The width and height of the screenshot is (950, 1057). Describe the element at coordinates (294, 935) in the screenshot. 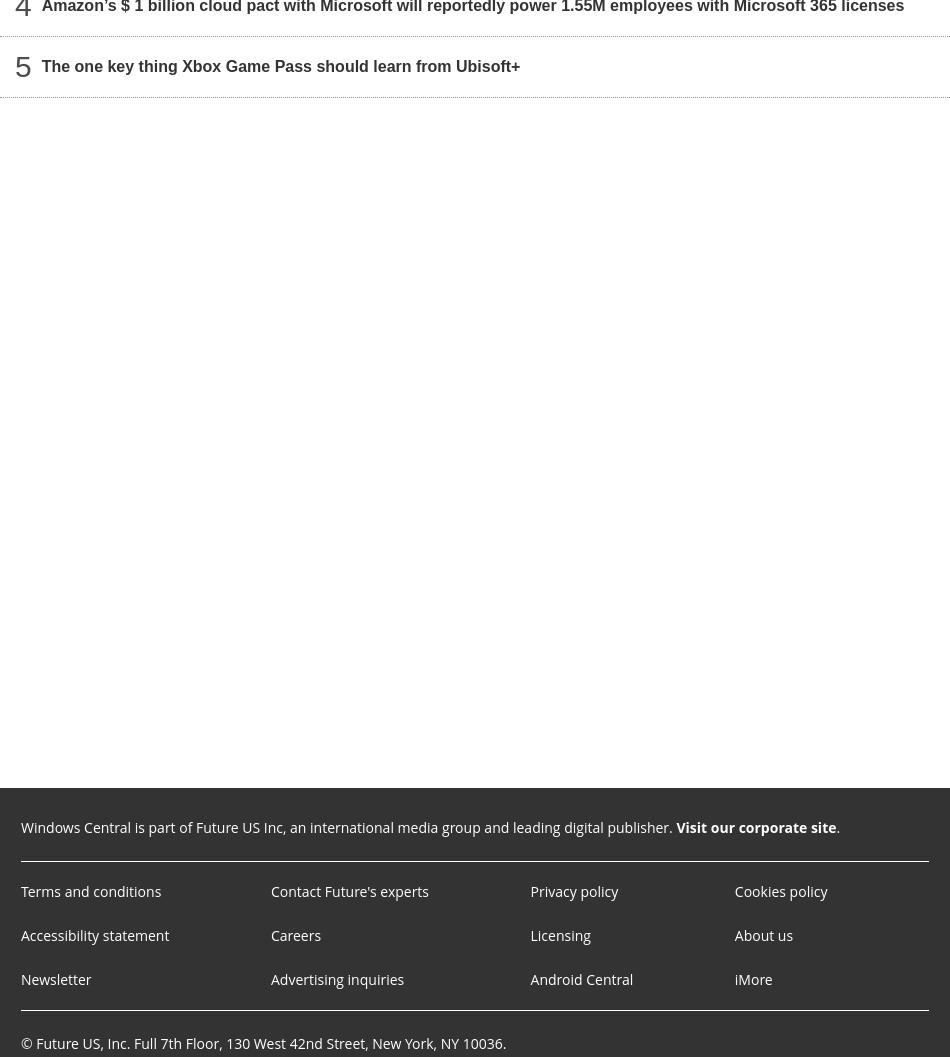

I see `'Careers'` at that location.